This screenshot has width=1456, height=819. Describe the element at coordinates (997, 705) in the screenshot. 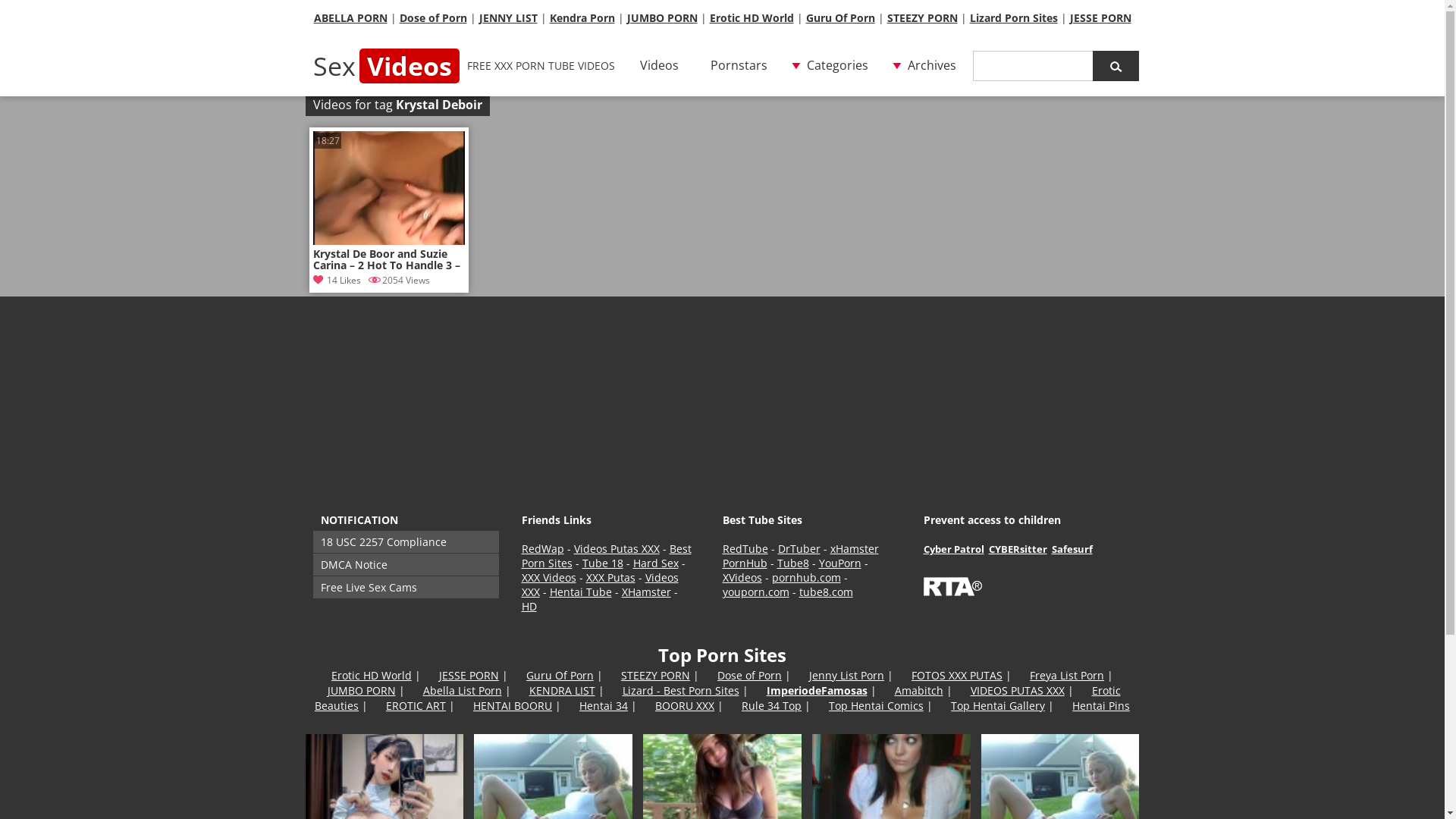

I see `'Top Hentai Gallery'` at that location.